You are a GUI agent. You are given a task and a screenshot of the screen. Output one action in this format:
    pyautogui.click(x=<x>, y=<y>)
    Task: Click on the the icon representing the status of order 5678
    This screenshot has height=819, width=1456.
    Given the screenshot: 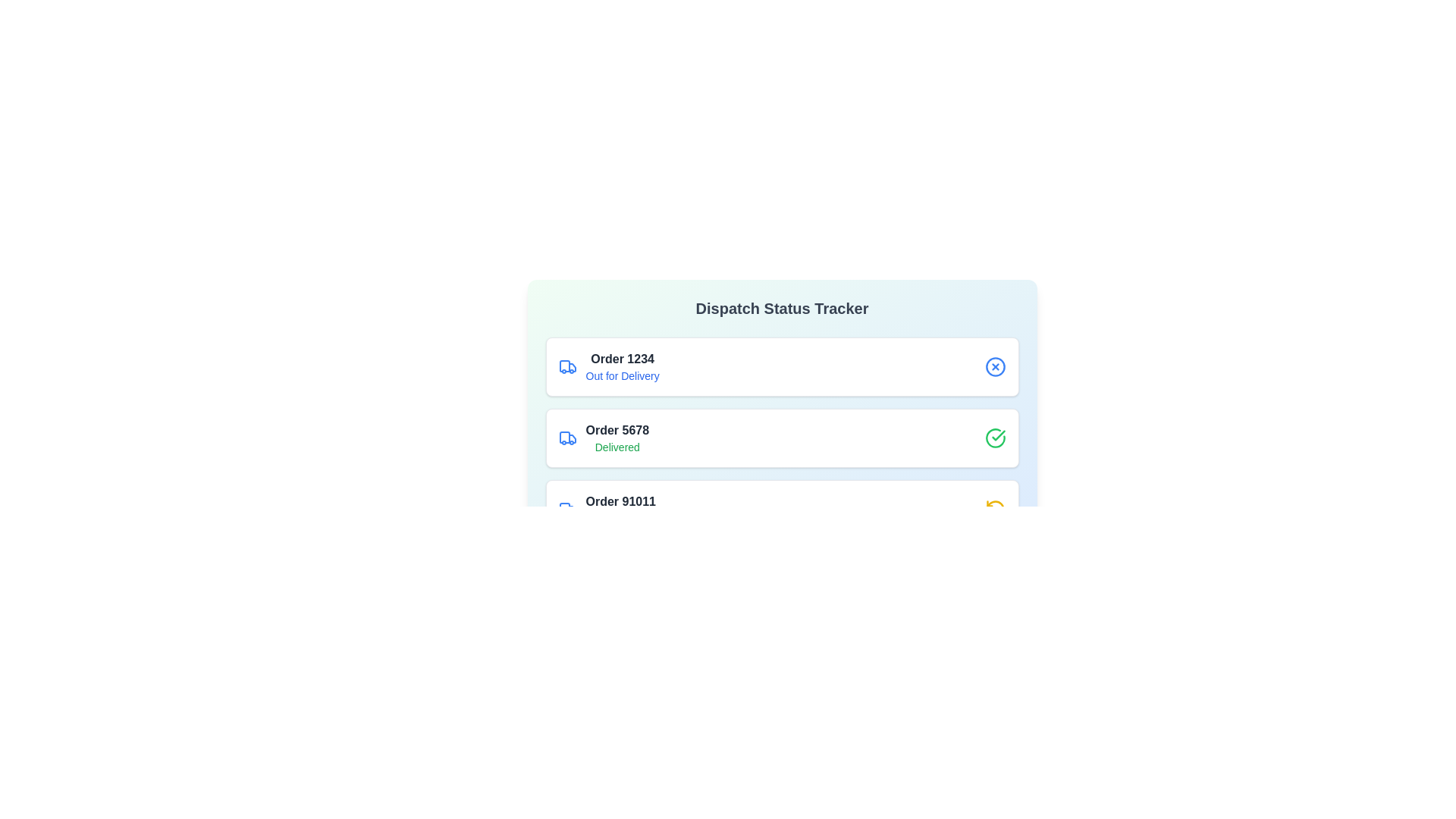 What is the action you would take?
    pyautogui.click(x=995, y=438)
    